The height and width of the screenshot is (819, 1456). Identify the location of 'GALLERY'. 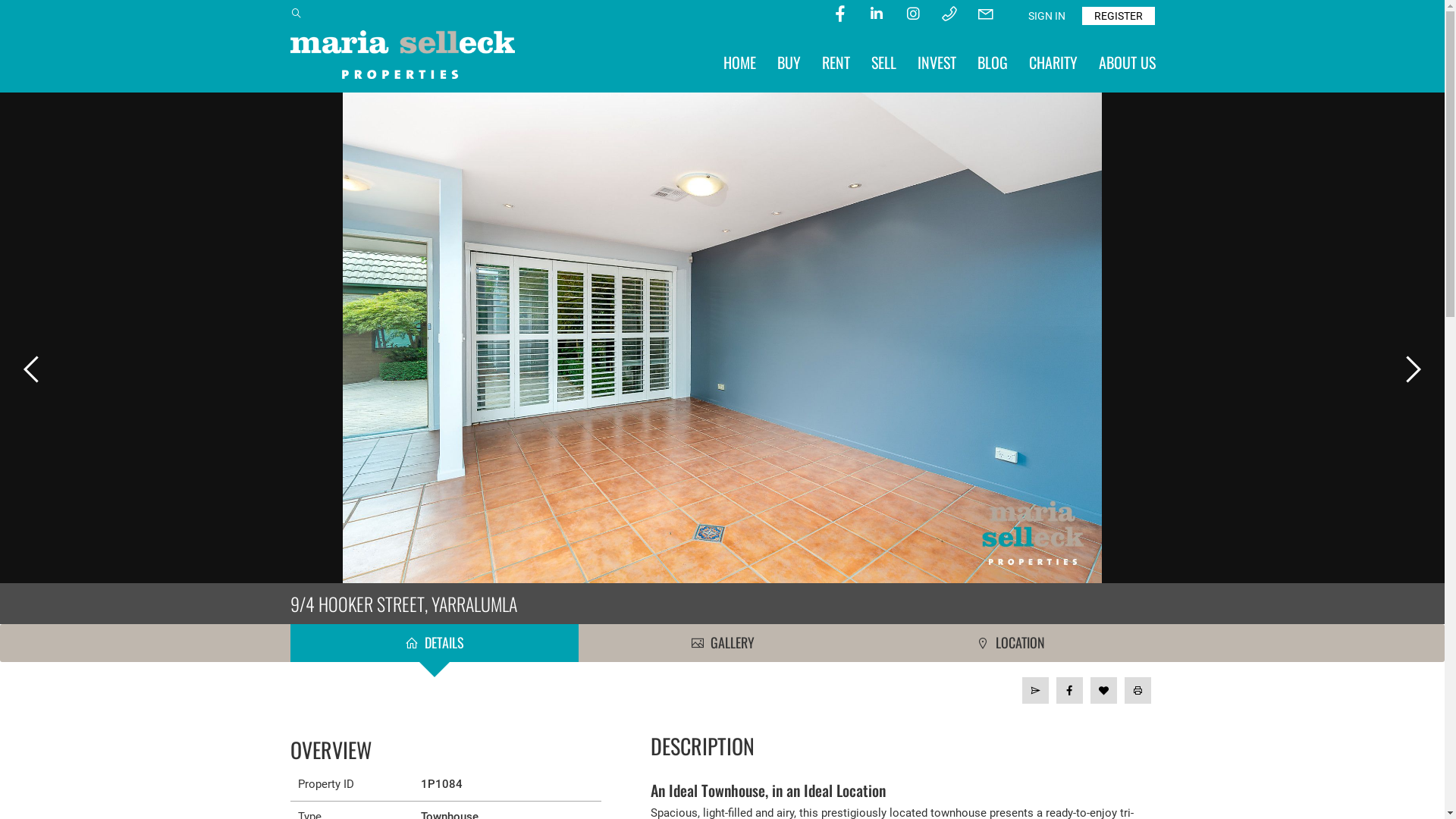
(720, 643).